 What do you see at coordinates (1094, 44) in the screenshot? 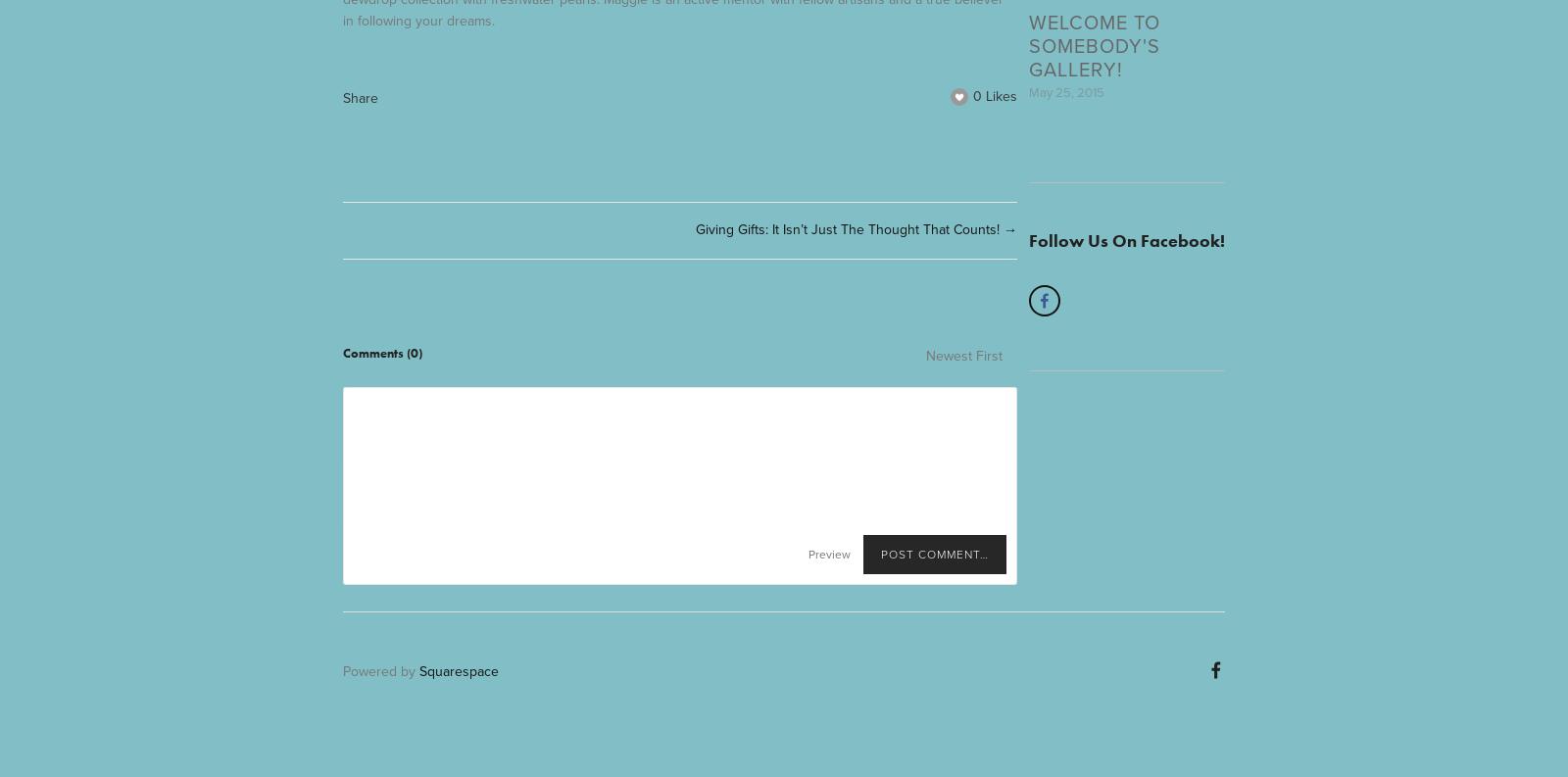
I see `'Welcome to Somebody's Gallery!'` at bounding box center [1094, 44].